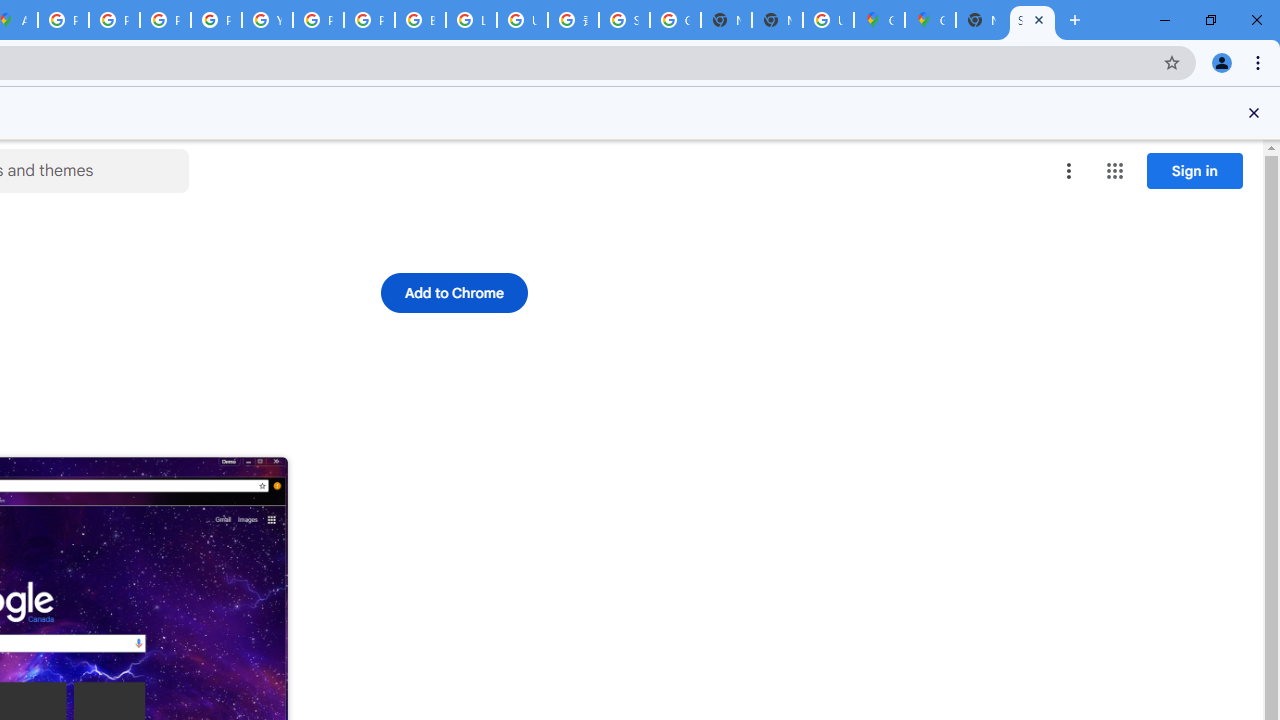 The width and height of the screenshot is (1280, 720). What do you see at coordinates (1220, 61) in the screenshot?
I see `'You'` at bounding box center [1220, 61].